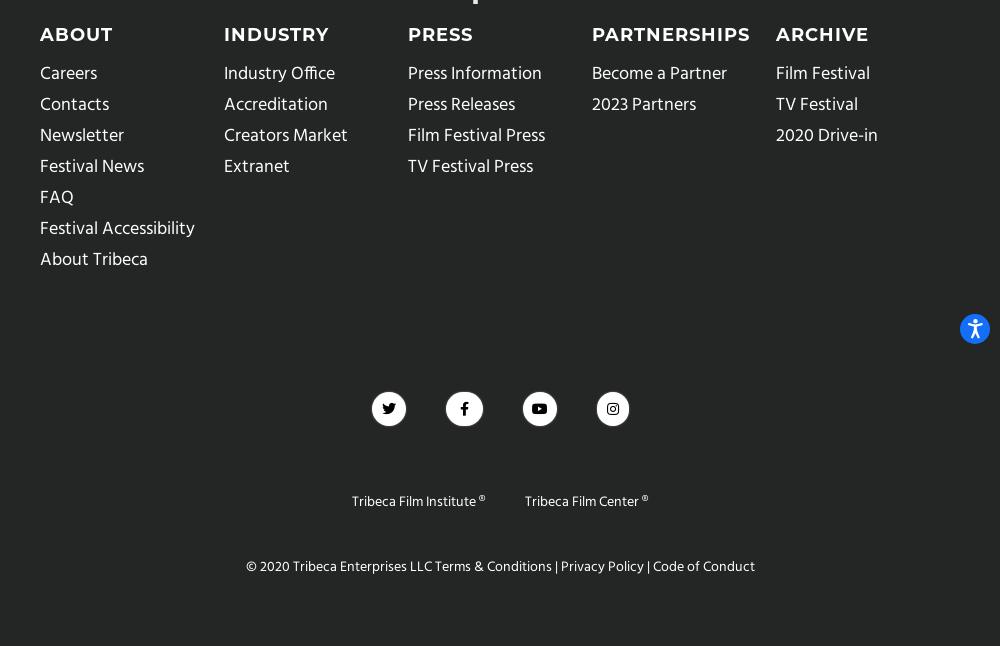 The height and width of the screenshot is (646, 1000). I want to click on 'About Tribeca', so click(93, 258).